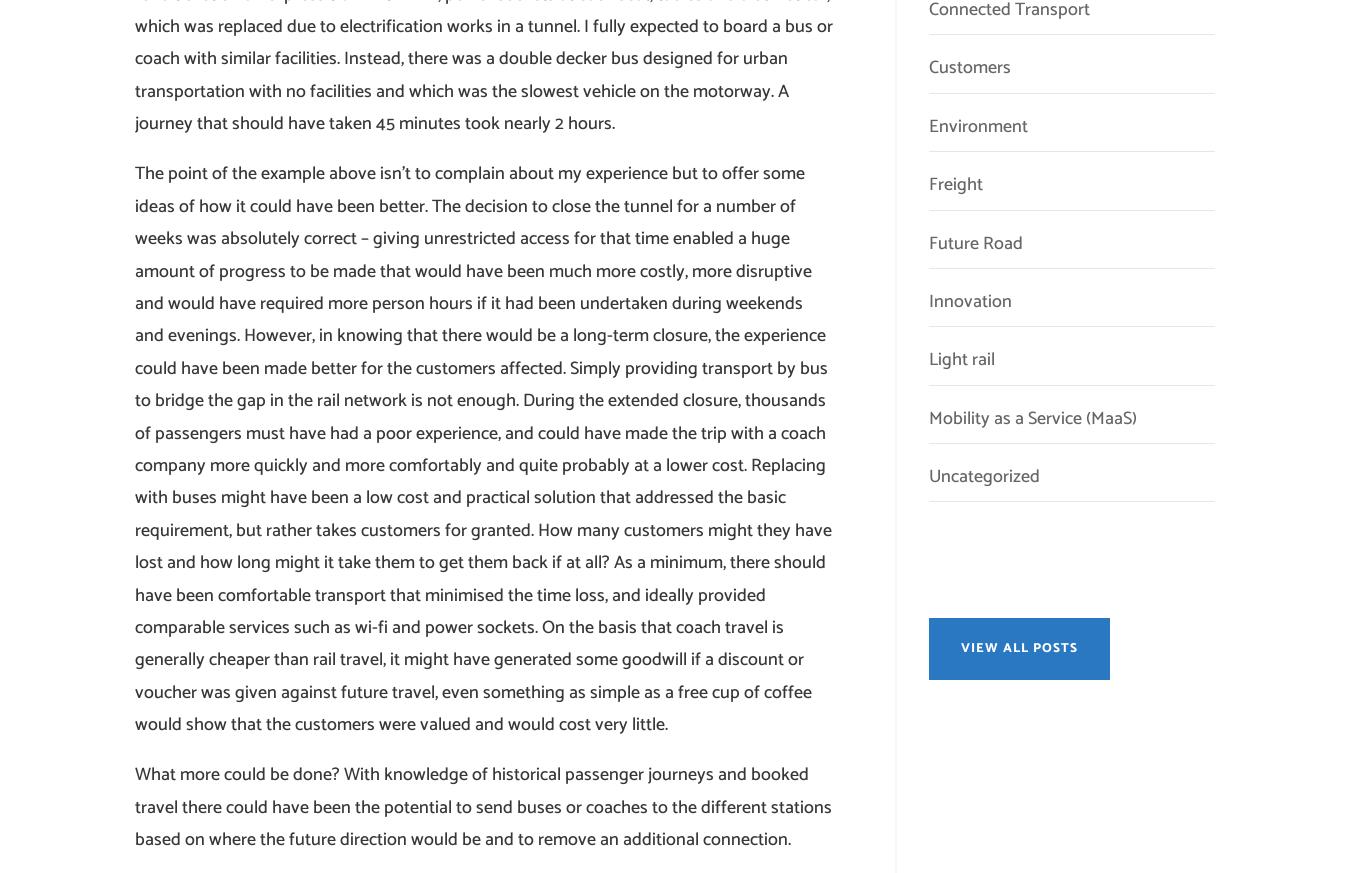  What do you see at coordinates (960, 359) in the screenshot?
I see `'Light rail'` at bounding box center [960, 359].